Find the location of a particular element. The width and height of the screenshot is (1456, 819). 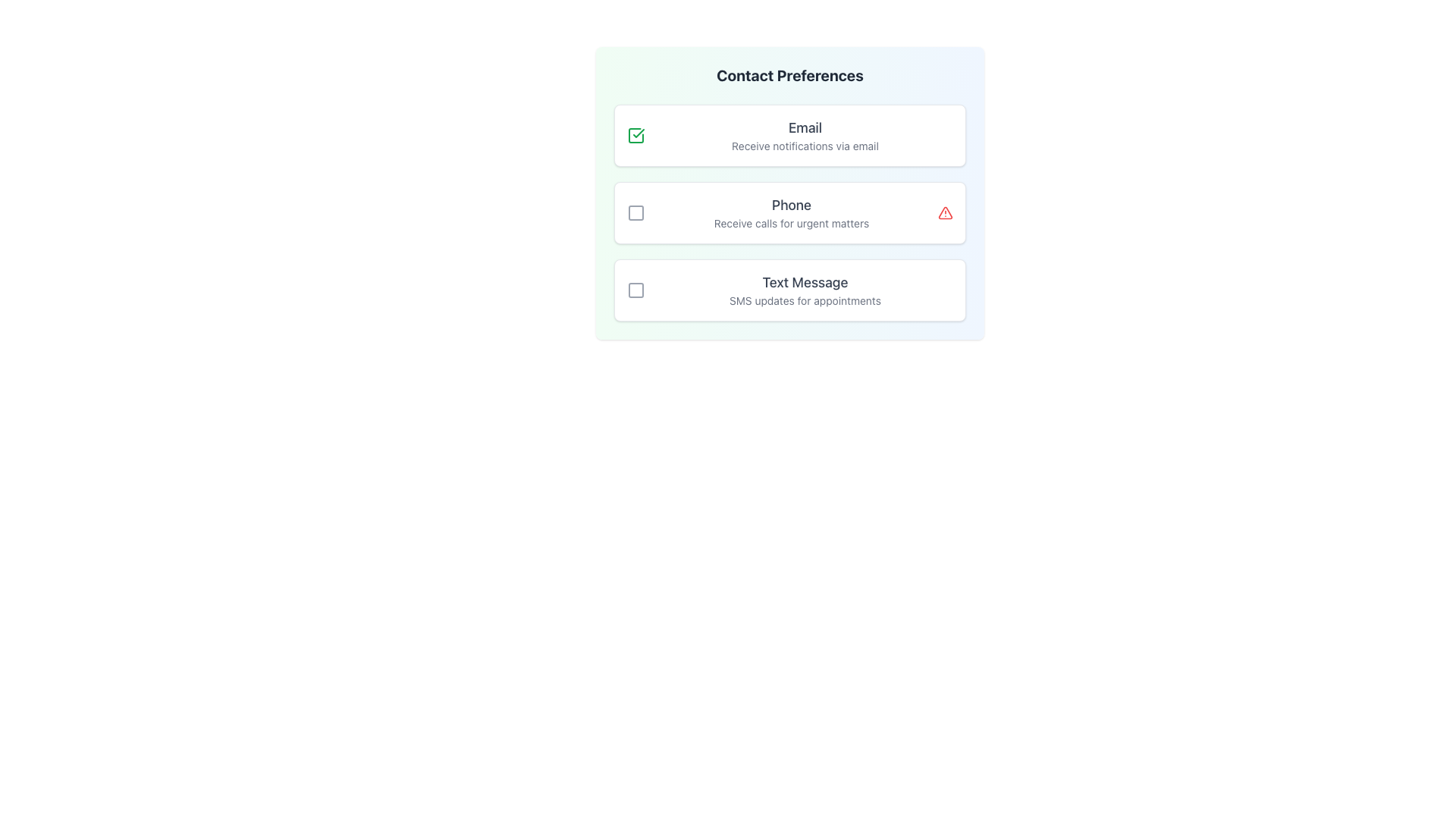

the static text label that reads 'Receive calls for urgent matters,' which is styled in a smaller gray font and positioned beneath the bolded 'Phone' title is located at coordinates (790, 223).